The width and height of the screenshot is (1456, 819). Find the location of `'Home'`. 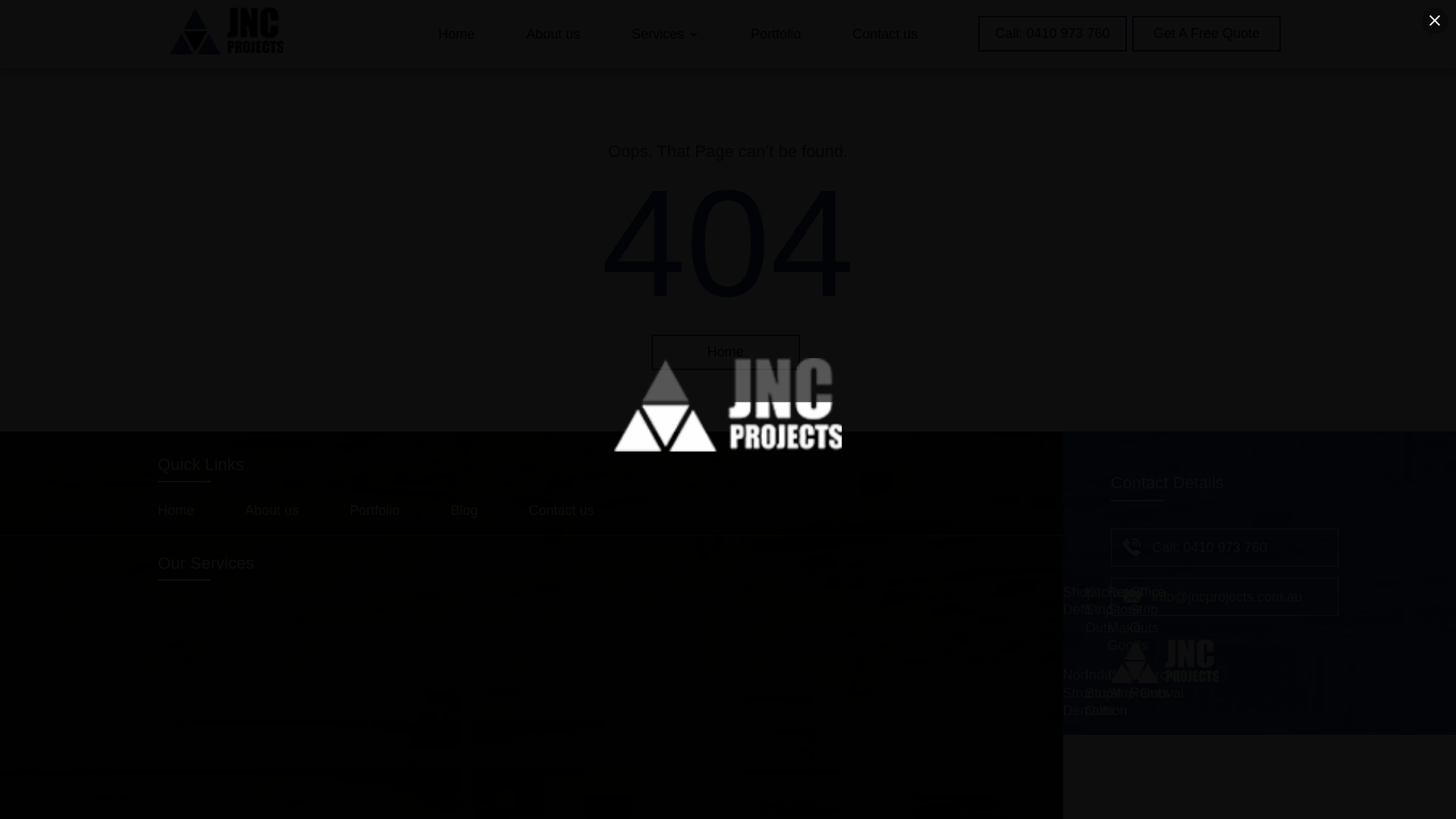

'Home' is located at coordinates (723, 352).